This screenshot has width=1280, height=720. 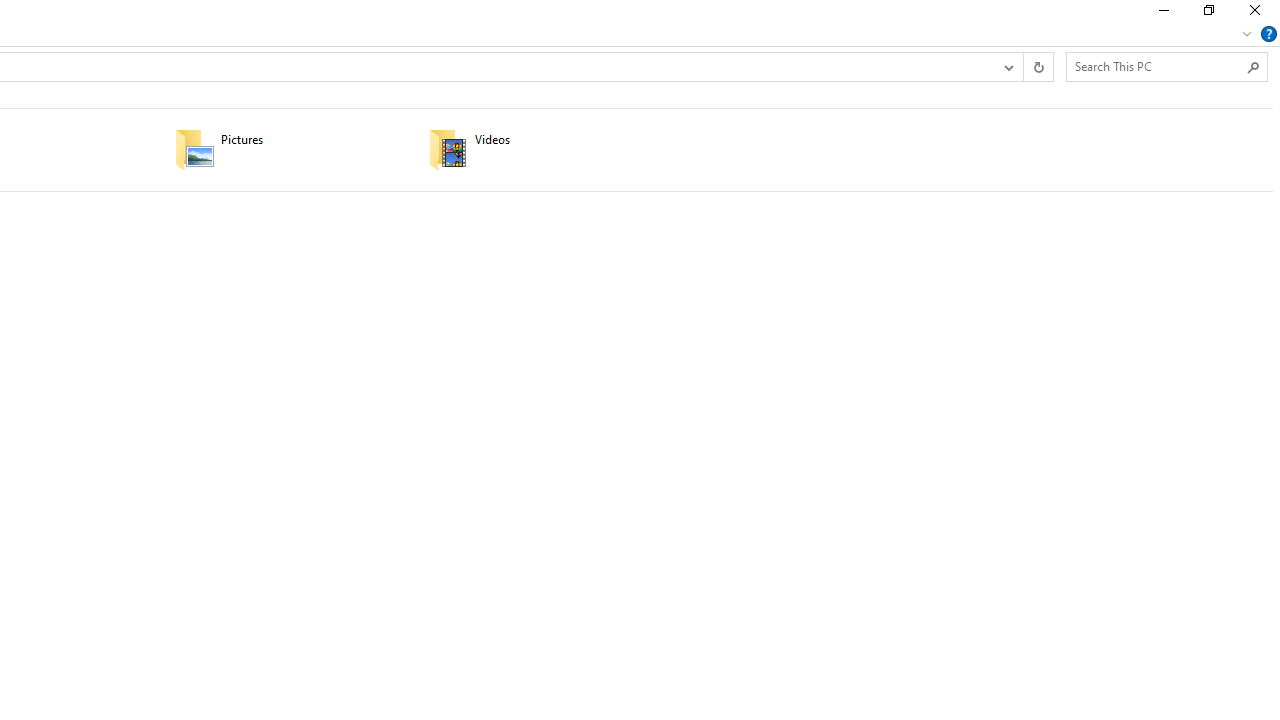 I want to click on 'Help', so click(x=1268, y=33).